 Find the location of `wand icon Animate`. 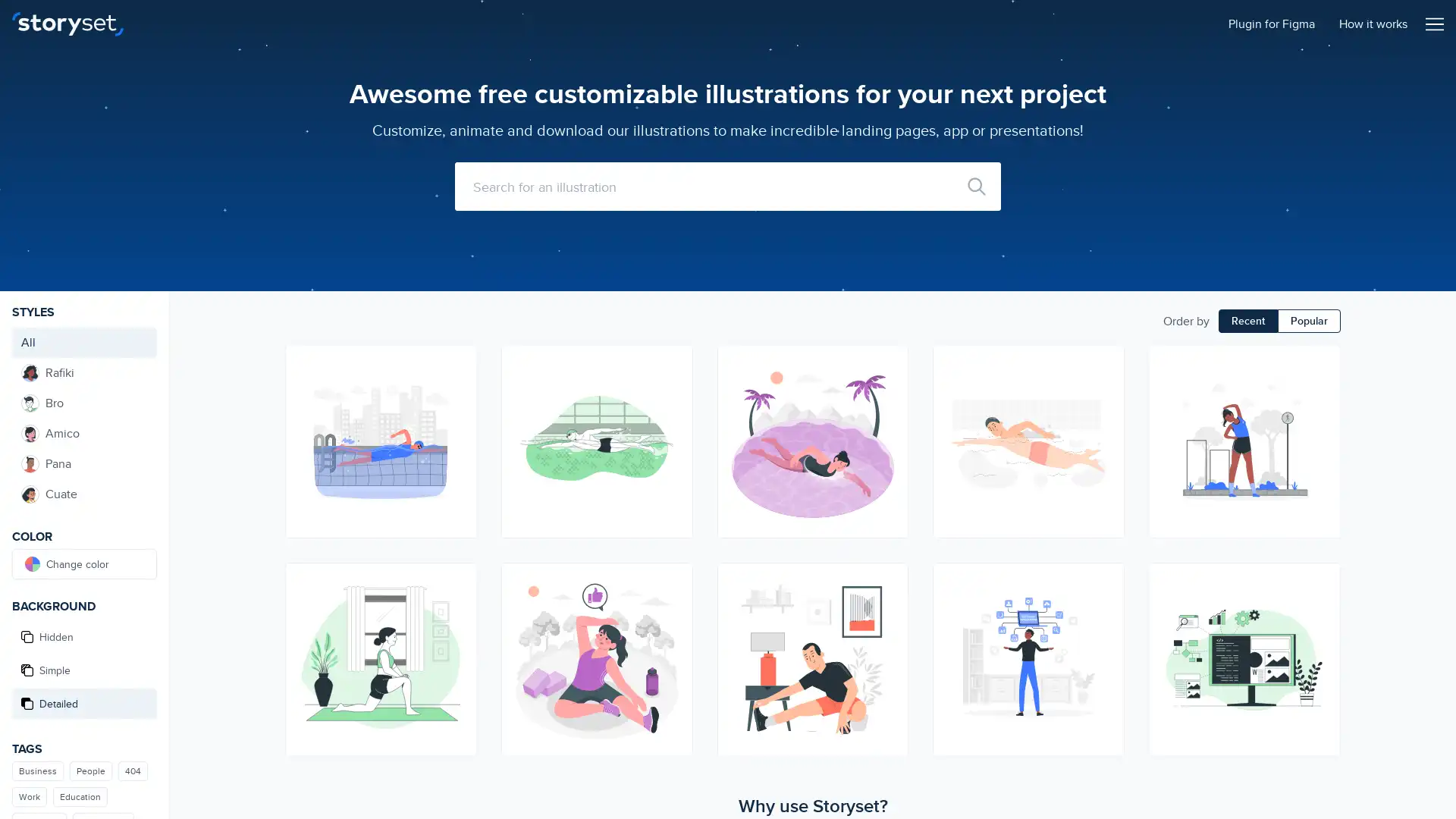

wand icon Animate is located at coordinates (673, 580).